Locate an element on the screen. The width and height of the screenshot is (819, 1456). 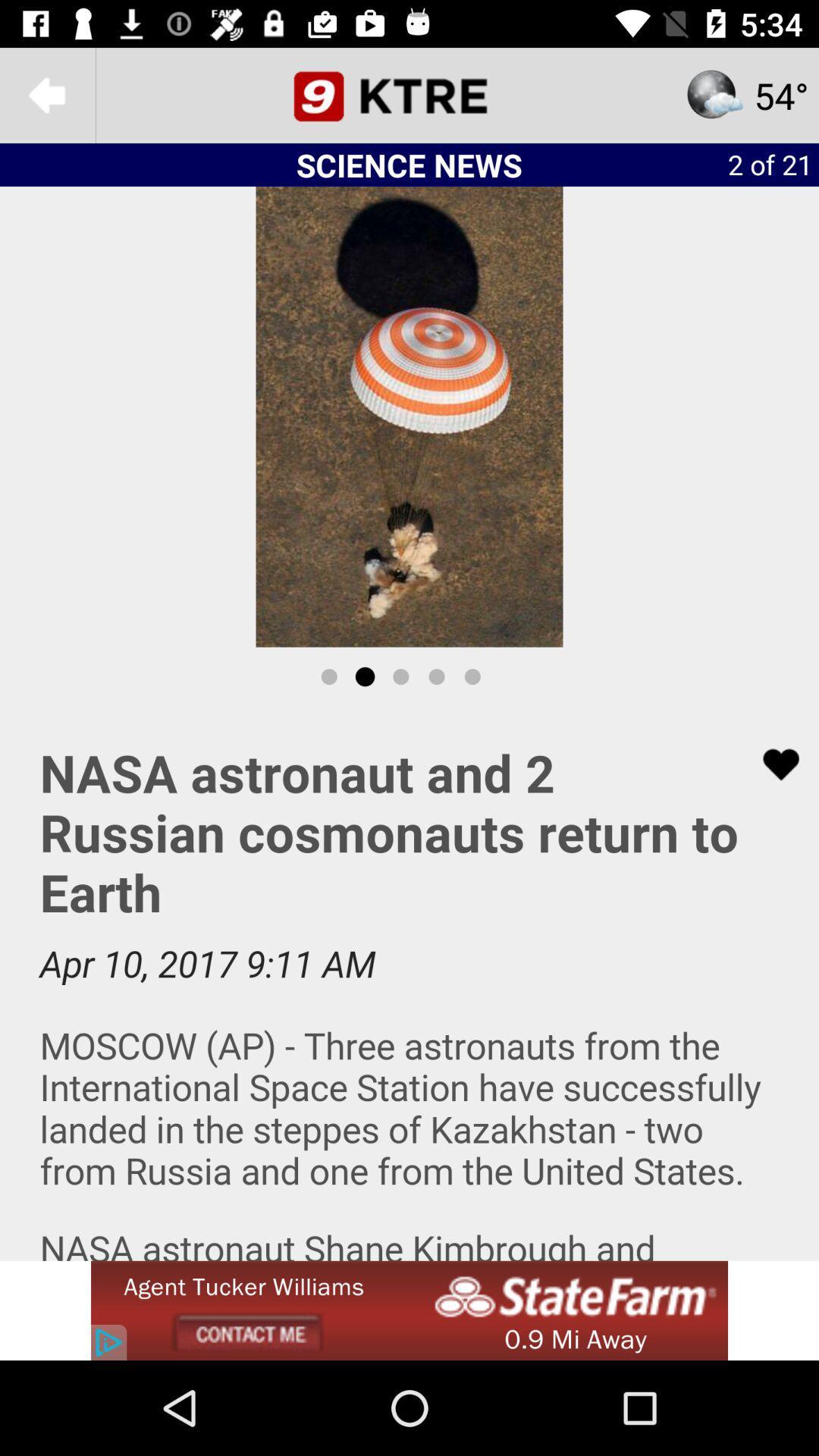
advertisement page is located at coordinates (409, 984).